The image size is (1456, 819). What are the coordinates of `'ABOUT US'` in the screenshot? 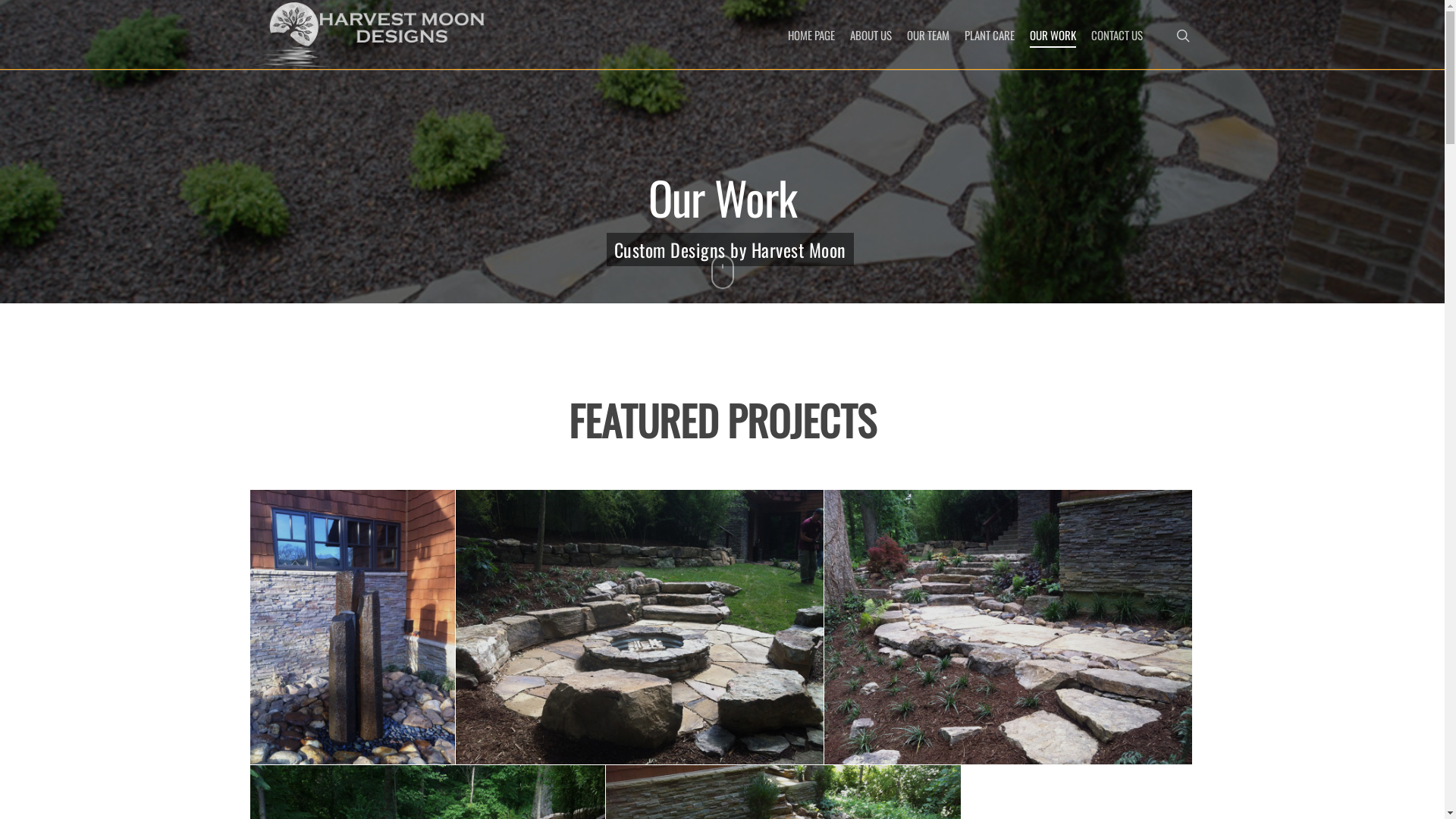 It's located at (871, 34).